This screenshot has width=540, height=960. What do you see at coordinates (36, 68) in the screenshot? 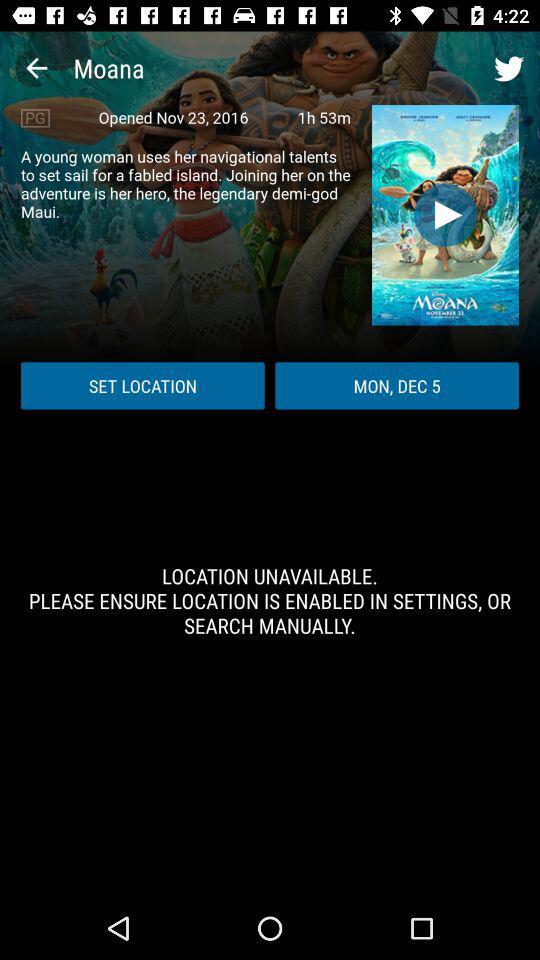
I see `the item above opened nov 23` at bounding box center [36, 68].